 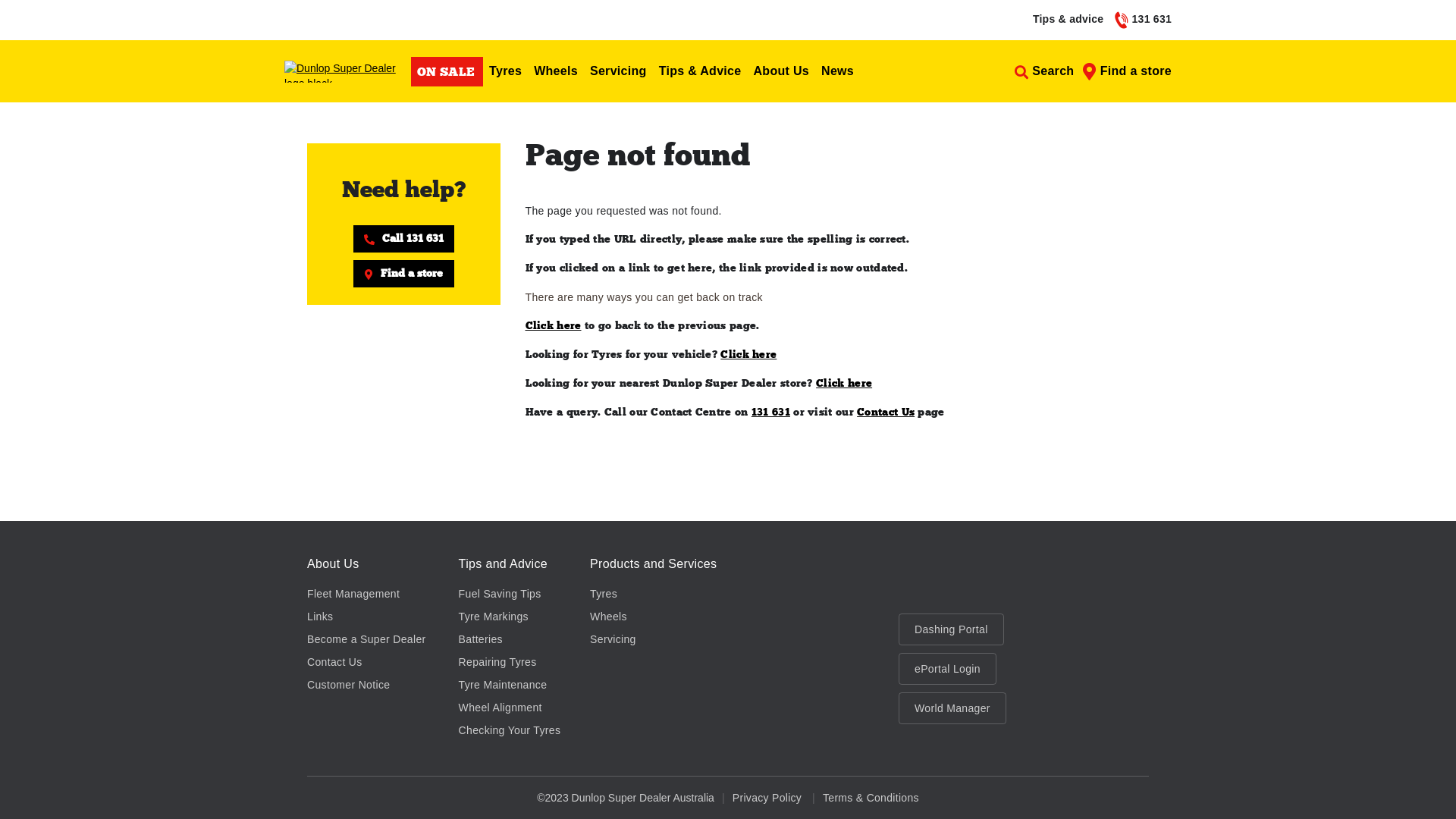 What do you see at coordinates (950, 629) in the screenshot?
I see `'Dashing Portal'` at bounding box center [950, 629].